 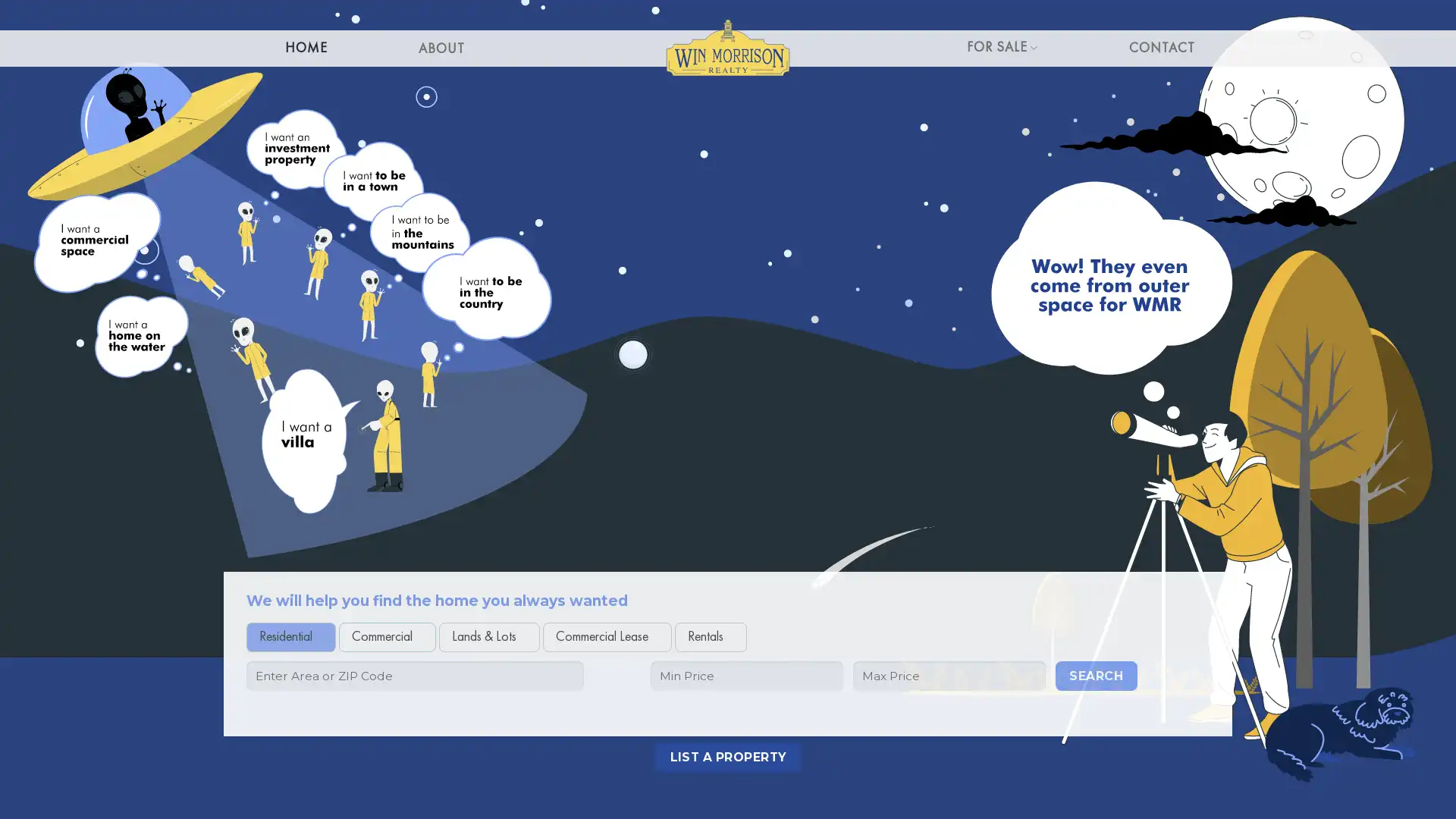 I want to click on Search, so click(x=1095, y=675).